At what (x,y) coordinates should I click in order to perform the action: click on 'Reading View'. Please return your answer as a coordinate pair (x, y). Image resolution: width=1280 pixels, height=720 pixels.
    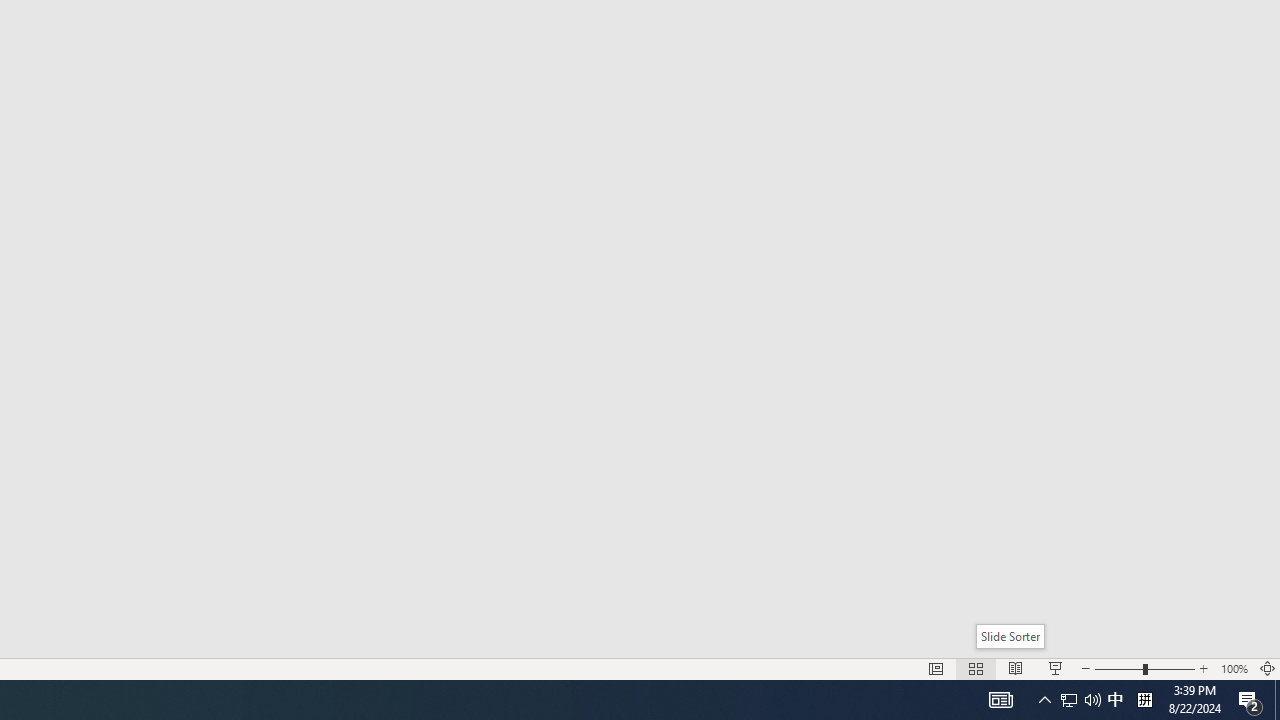
    Looking at the image, I should click on (1015, 669).